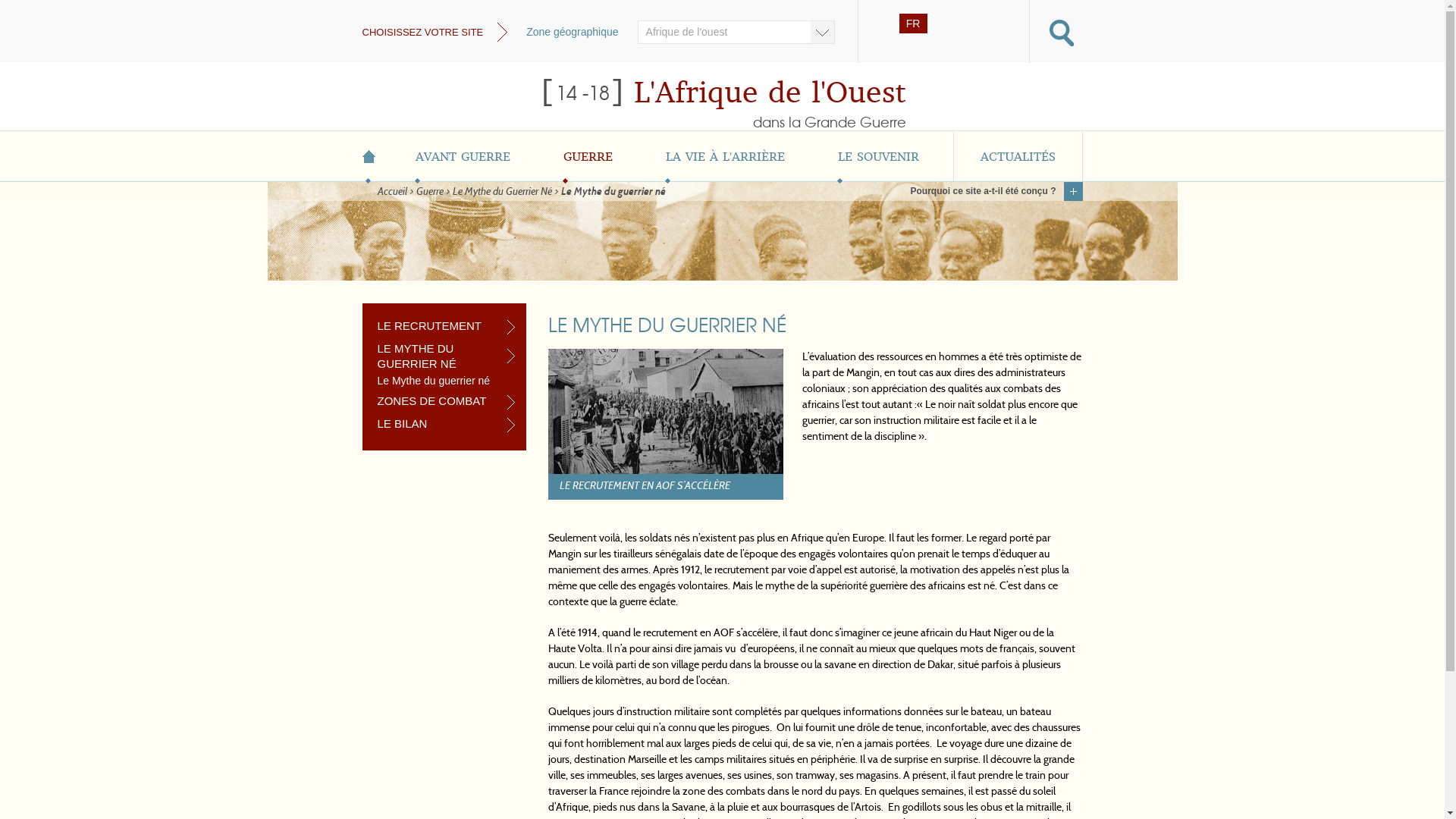 This screenshot has height=819, width=1456. What do you see at coordinates (878, 155) in the screenshot?
I see `'LE SOUVENIR'` at bounding box center [878, 155].